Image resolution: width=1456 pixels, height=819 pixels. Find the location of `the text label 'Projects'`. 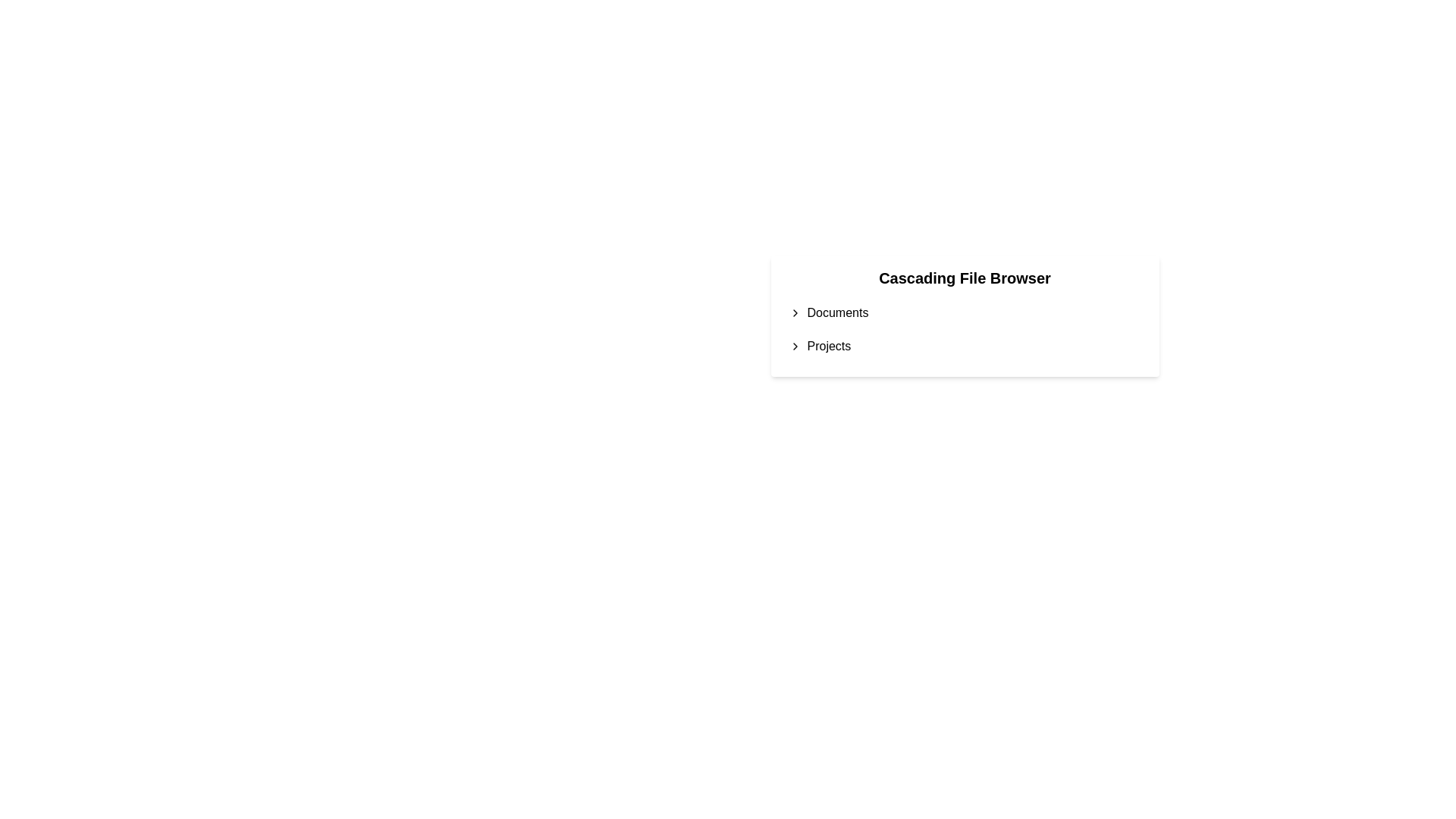

the text label 'Projects' is located at coordinates (828, 346).